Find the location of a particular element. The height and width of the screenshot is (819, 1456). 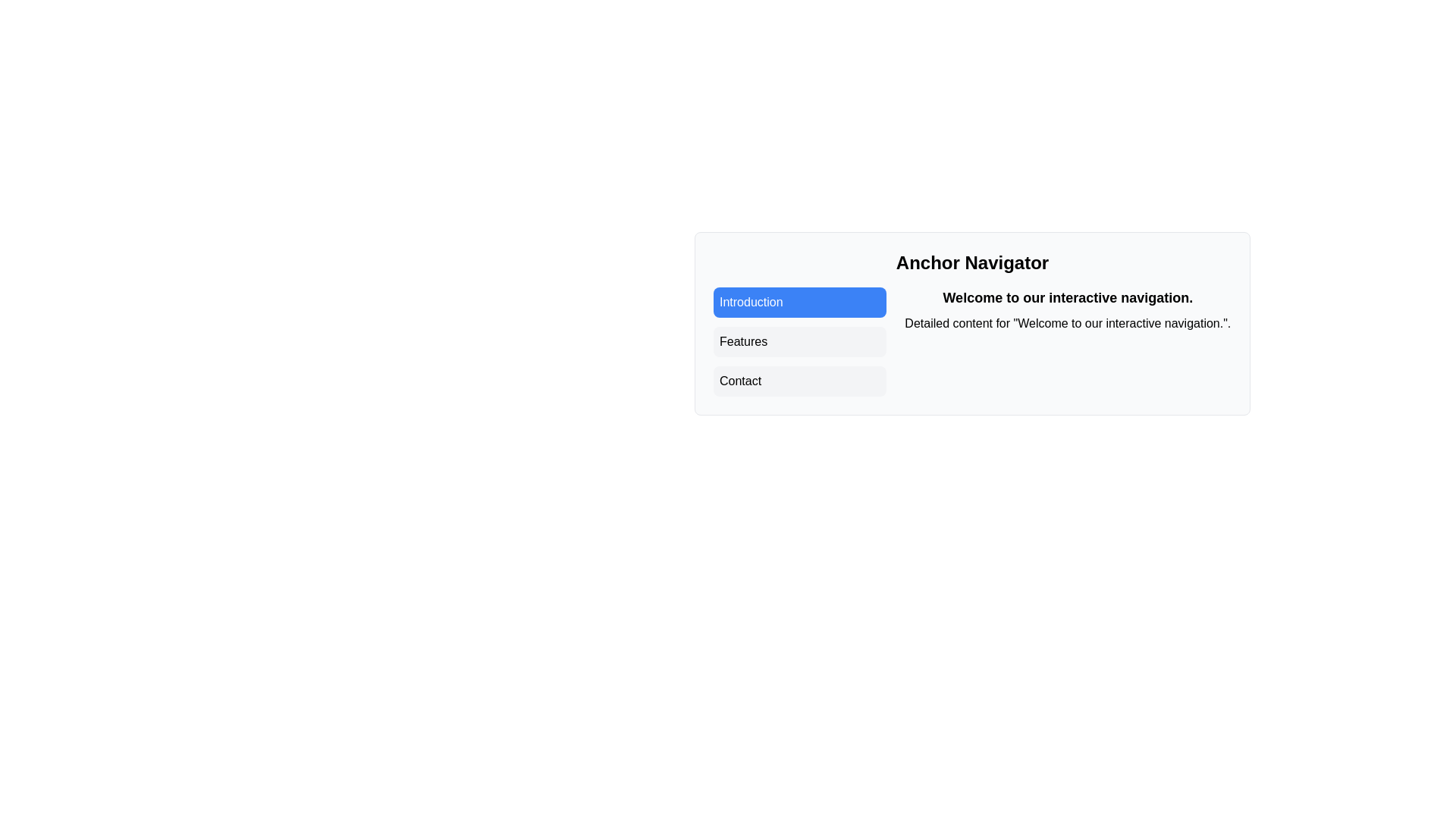

text 'Detailed content for "Welcome to our interactive navigation."' displayed below the heading 'Welcome to our interactive navigation.' in the central content area of the 'Anchor Navigator' section is located at coordinates (1067, 323).